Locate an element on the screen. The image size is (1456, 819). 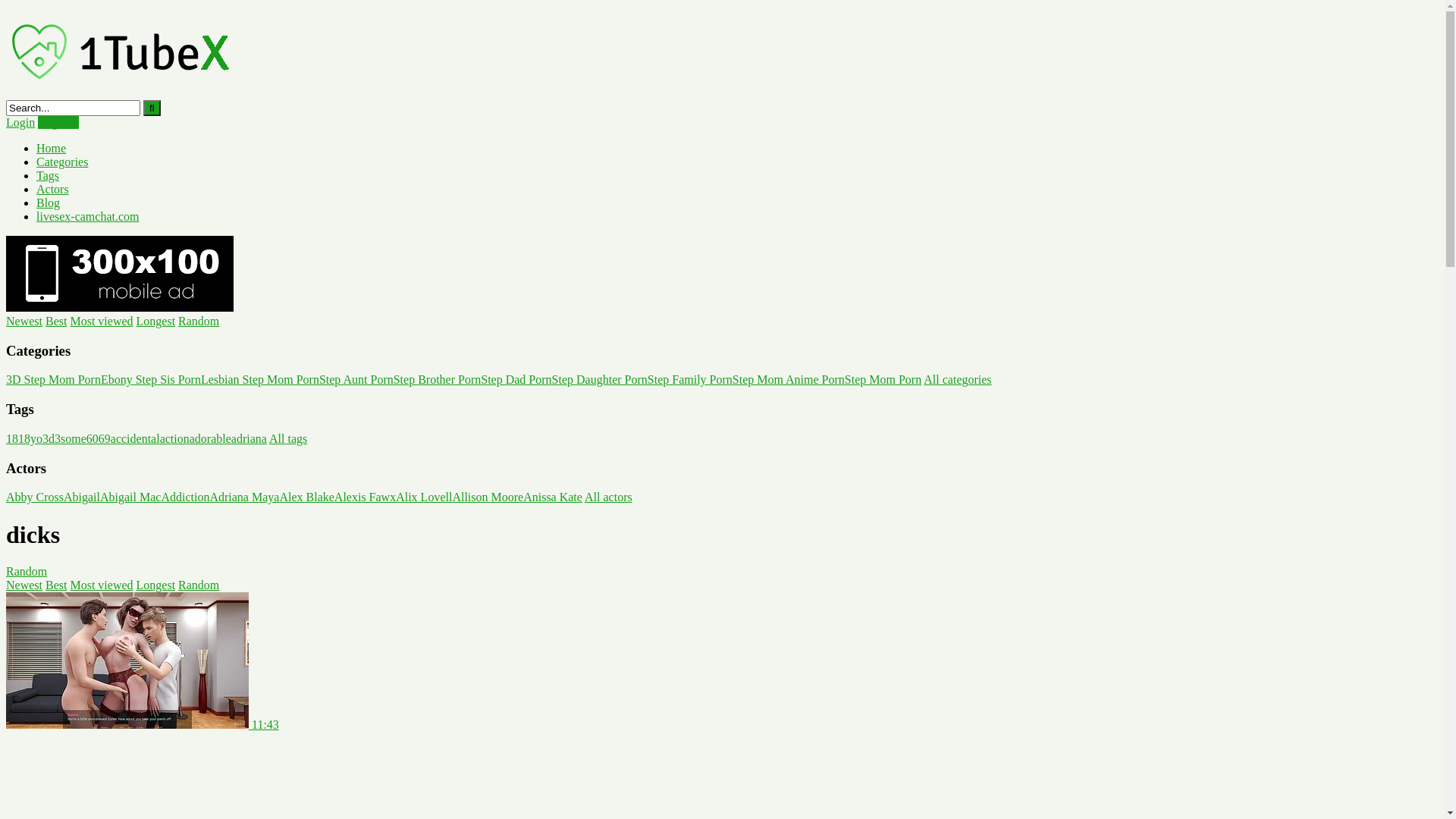
'Step Brother Porn' is located at coordinates (436, 378).